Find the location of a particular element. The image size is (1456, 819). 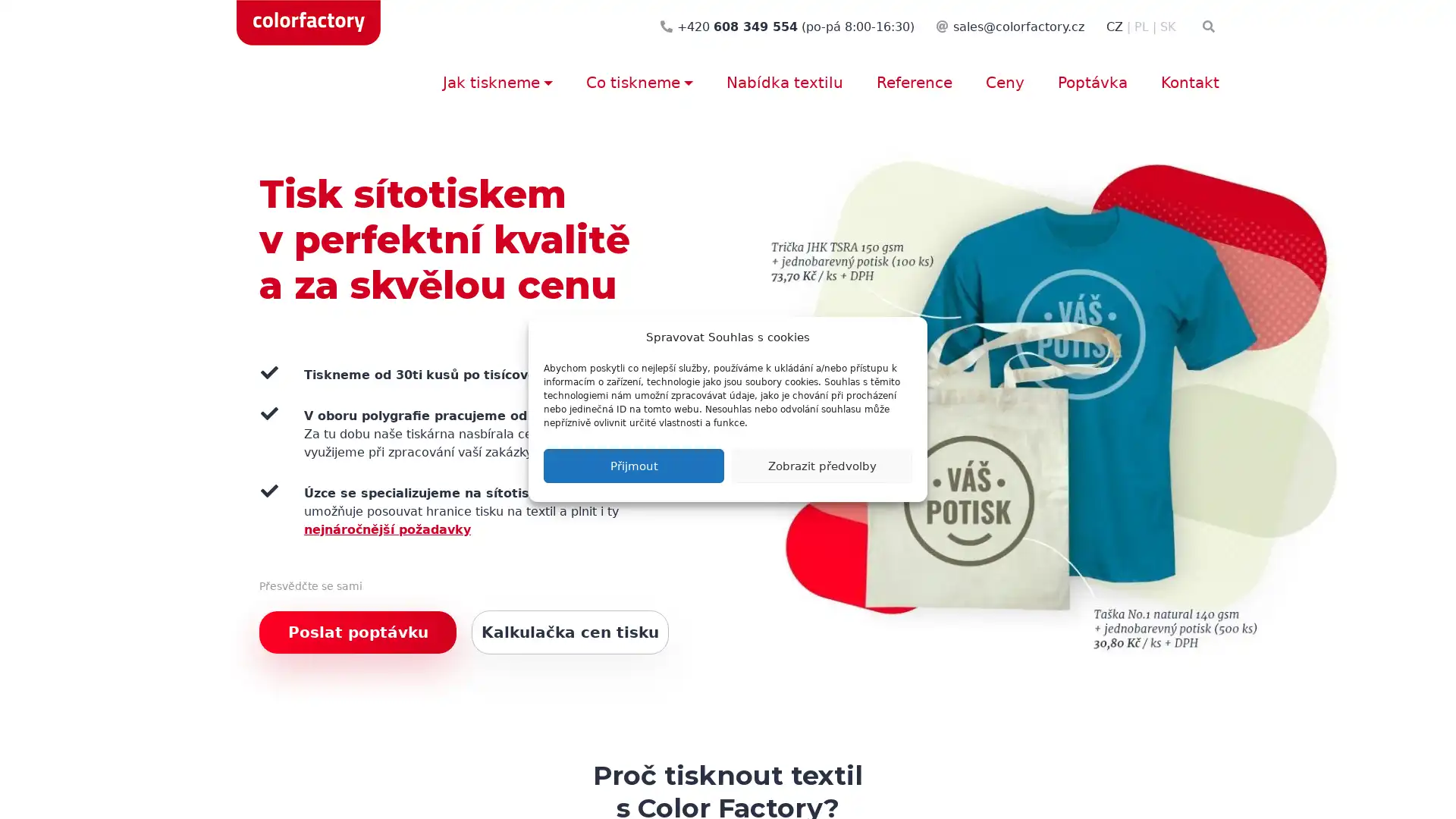

Poslat poptavku is located at coordinates (356, 632).